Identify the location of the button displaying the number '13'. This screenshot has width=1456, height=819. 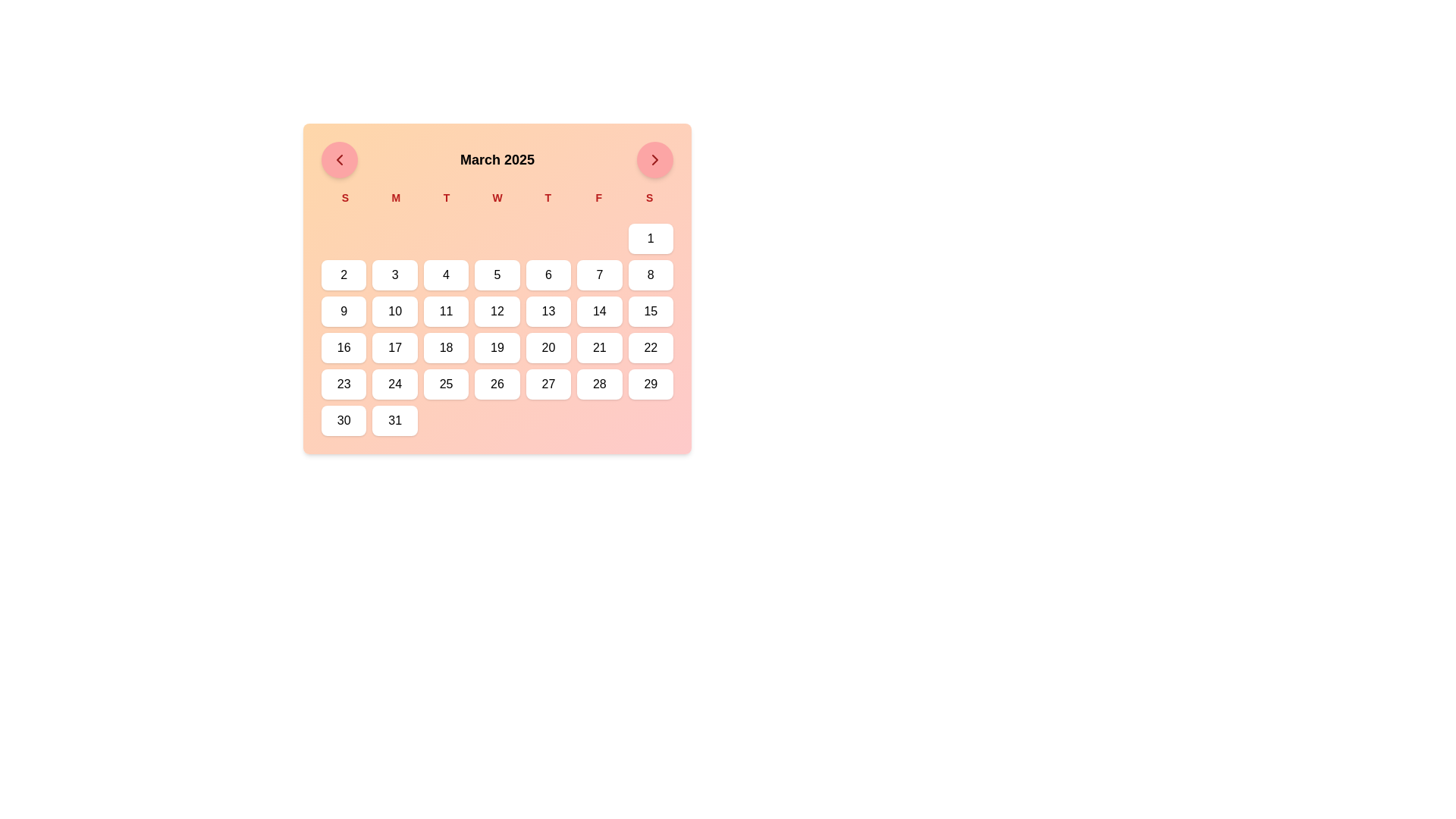
(548, 311).